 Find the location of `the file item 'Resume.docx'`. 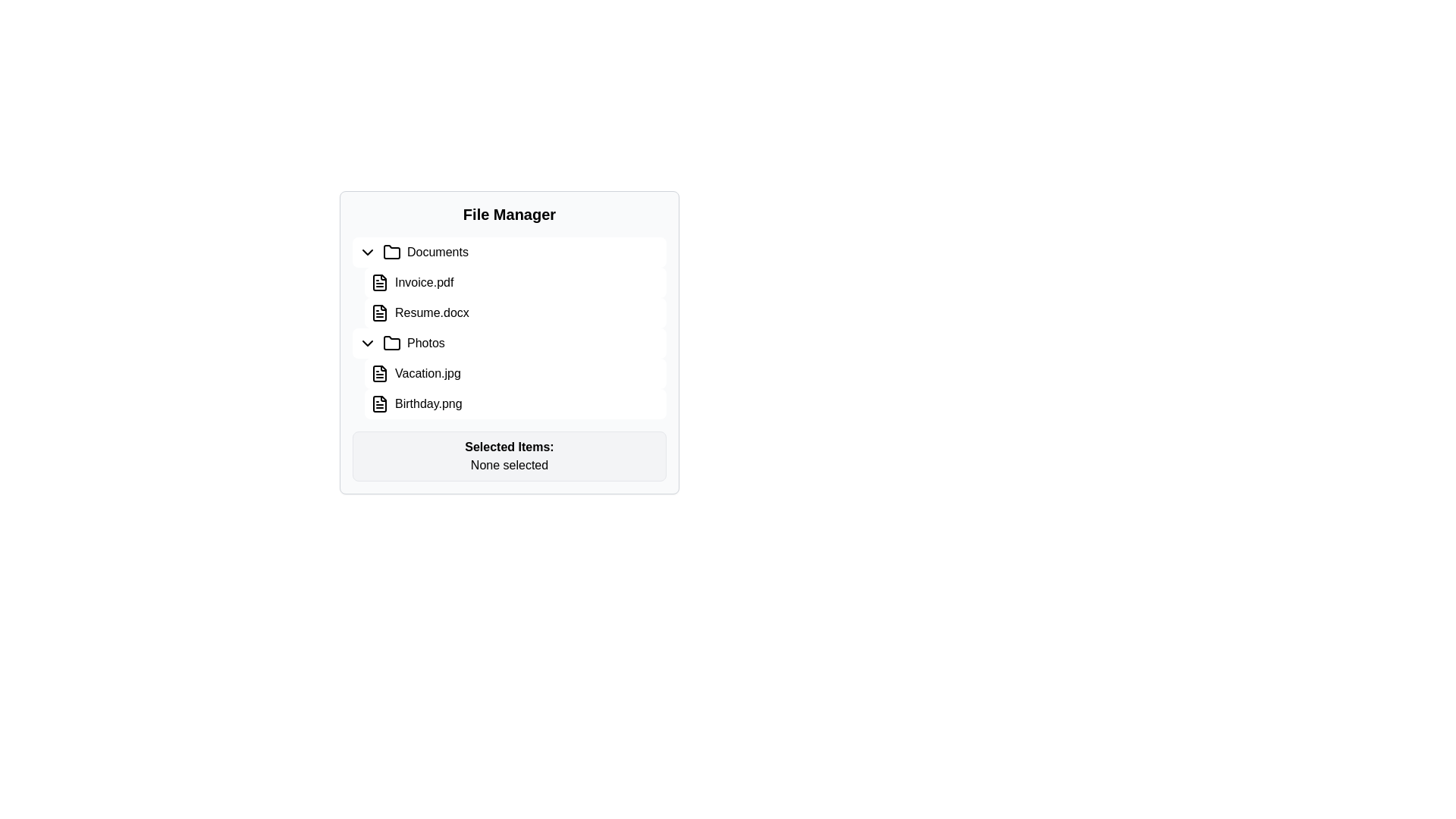

the file item 'Resume.docx' is located at coordinates (516, 312).